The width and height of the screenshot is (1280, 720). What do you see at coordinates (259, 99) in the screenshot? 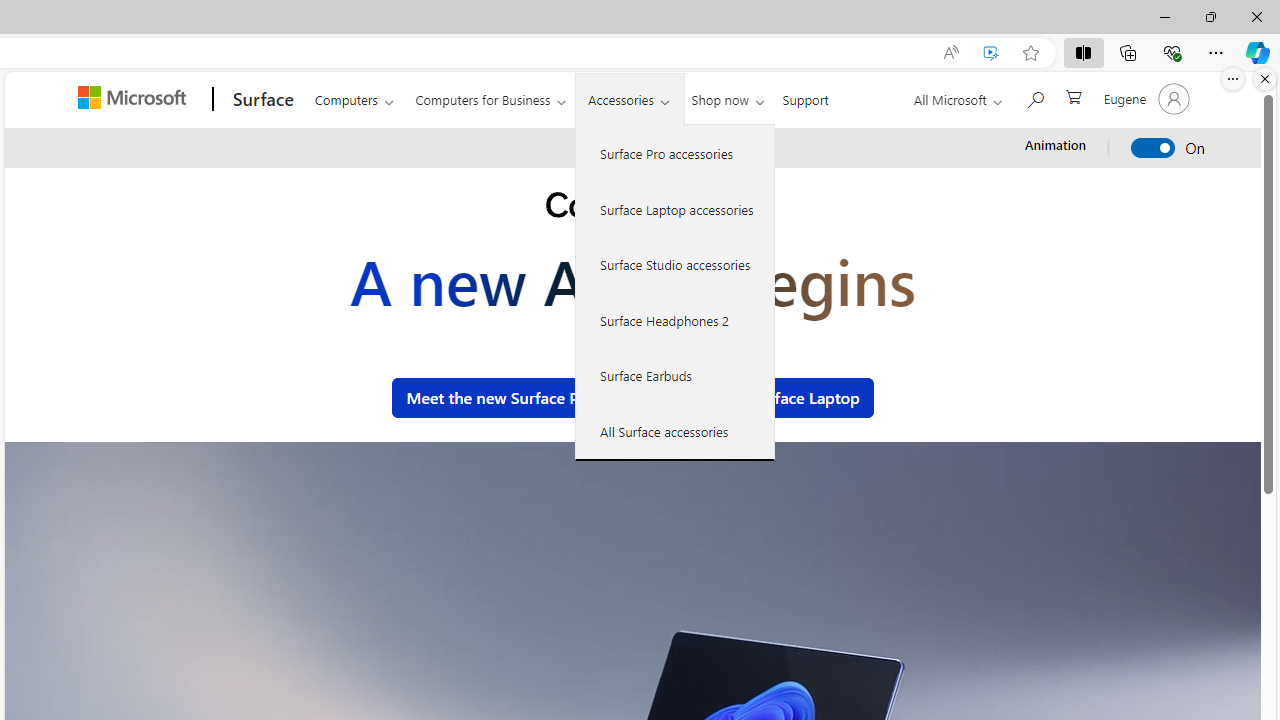
I see `'Surface'` at bounding box center [259, 99].